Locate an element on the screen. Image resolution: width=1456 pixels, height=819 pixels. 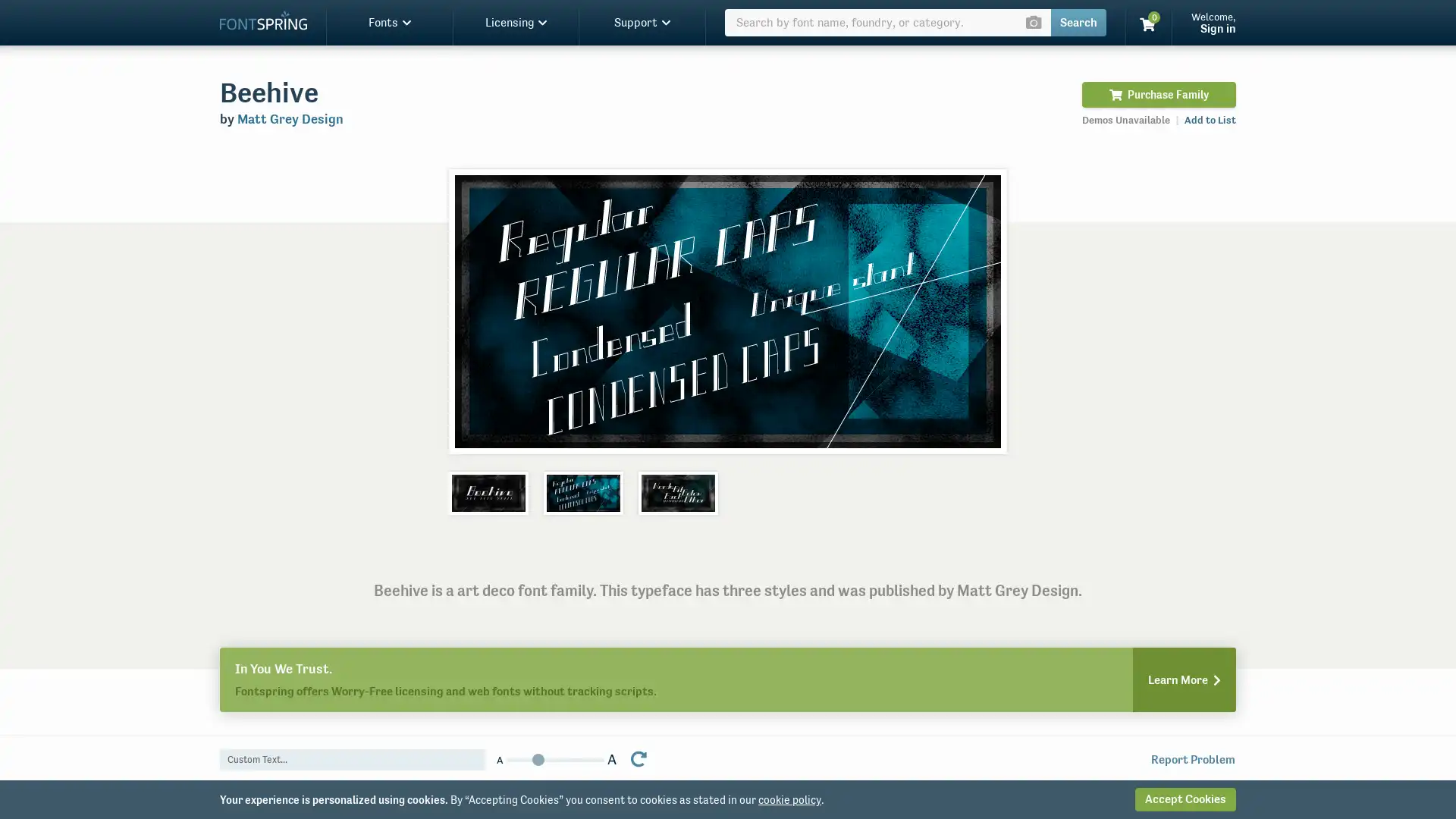
Search is located at coordinates (1078, 23).